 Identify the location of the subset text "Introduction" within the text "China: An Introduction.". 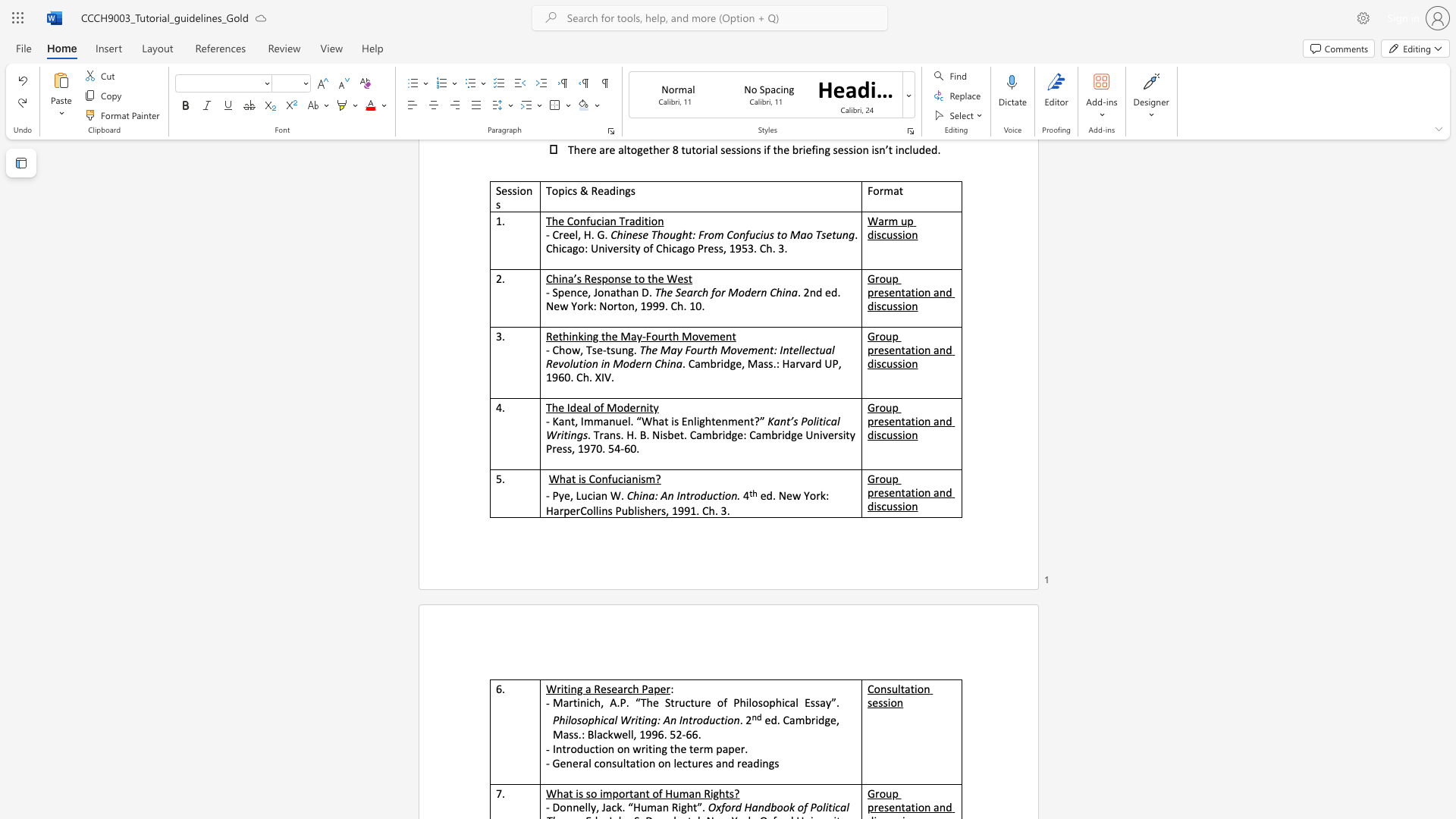
(676, 496).